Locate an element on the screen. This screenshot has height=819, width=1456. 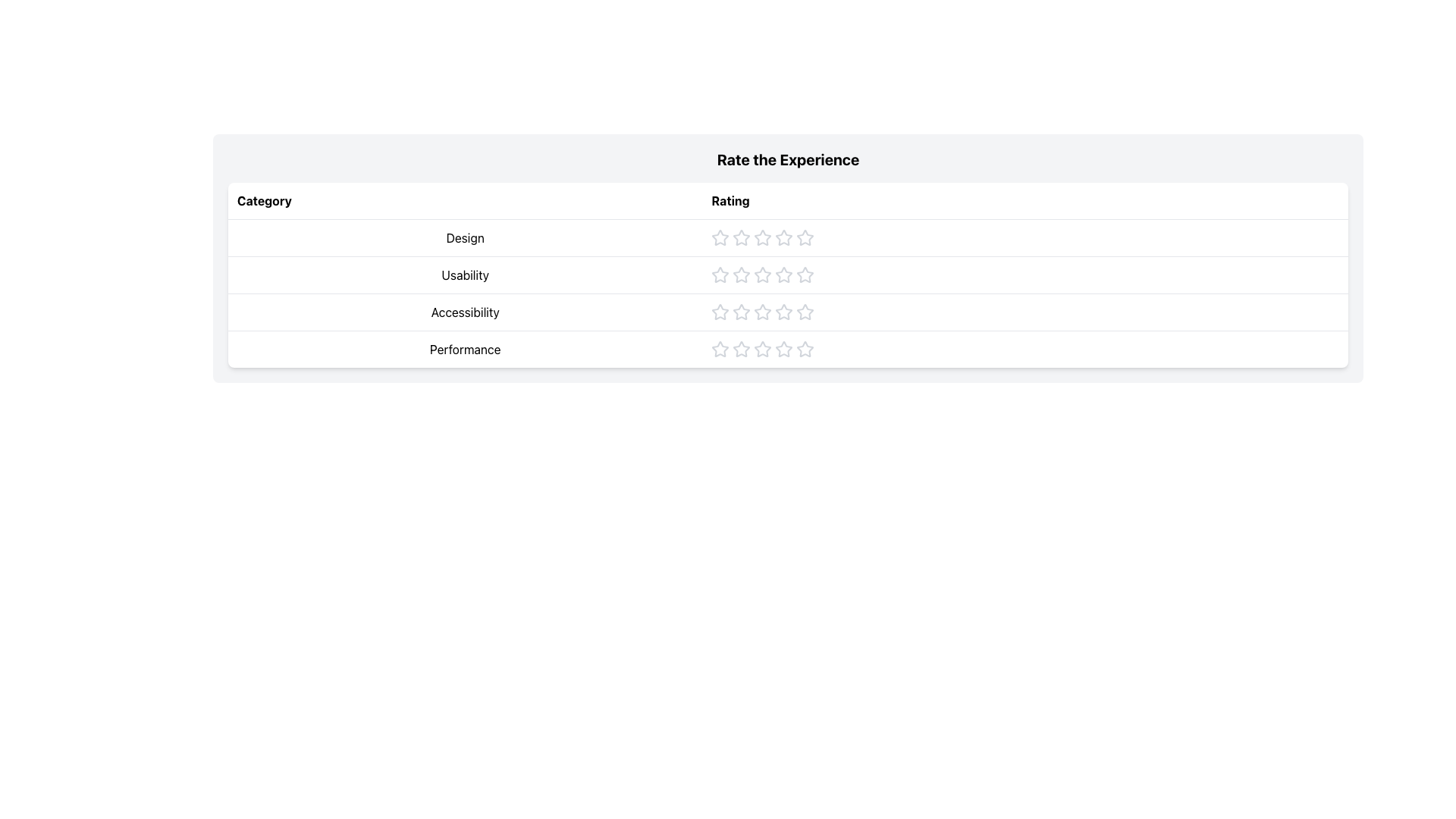
the fourth star-shaped rating icon in the 'Performance' row of the rating table for visual feedback is located at coordinates (763, 350).